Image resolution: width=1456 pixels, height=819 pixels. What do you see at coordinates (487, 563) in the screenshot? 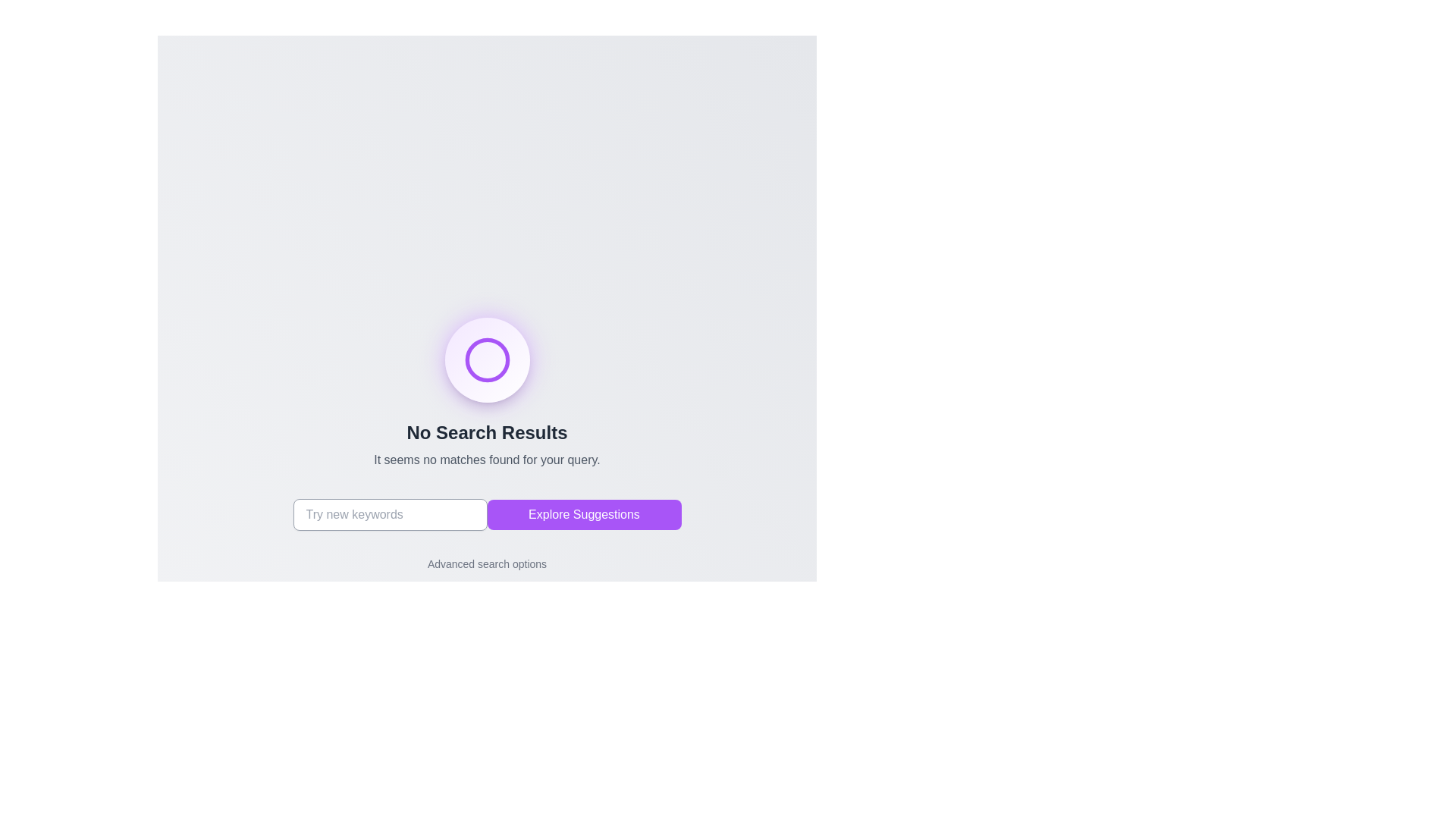
I see `the text link labeled 'Advanced search options'` at bounding box center [487, 563].